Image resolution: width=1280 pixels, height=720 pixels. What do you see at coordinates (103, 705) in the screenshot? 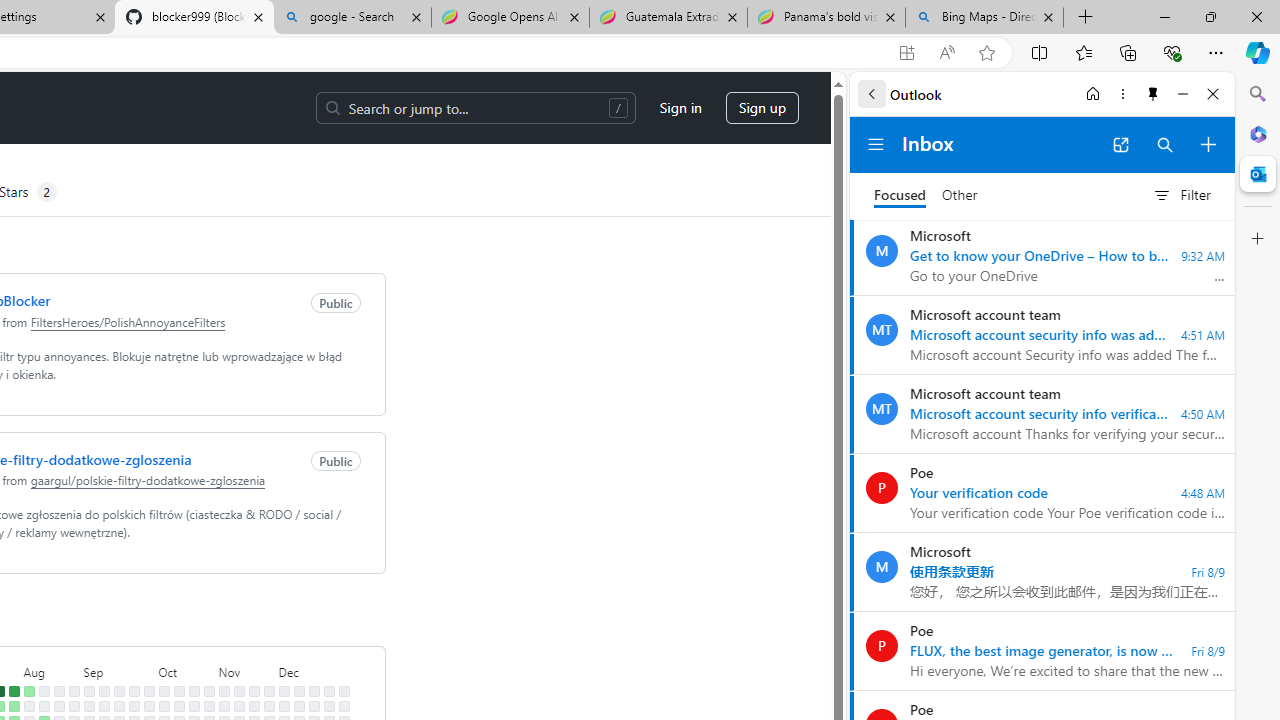
I see `'No contributions on September 9th.'` at bounding box center [103, 705].